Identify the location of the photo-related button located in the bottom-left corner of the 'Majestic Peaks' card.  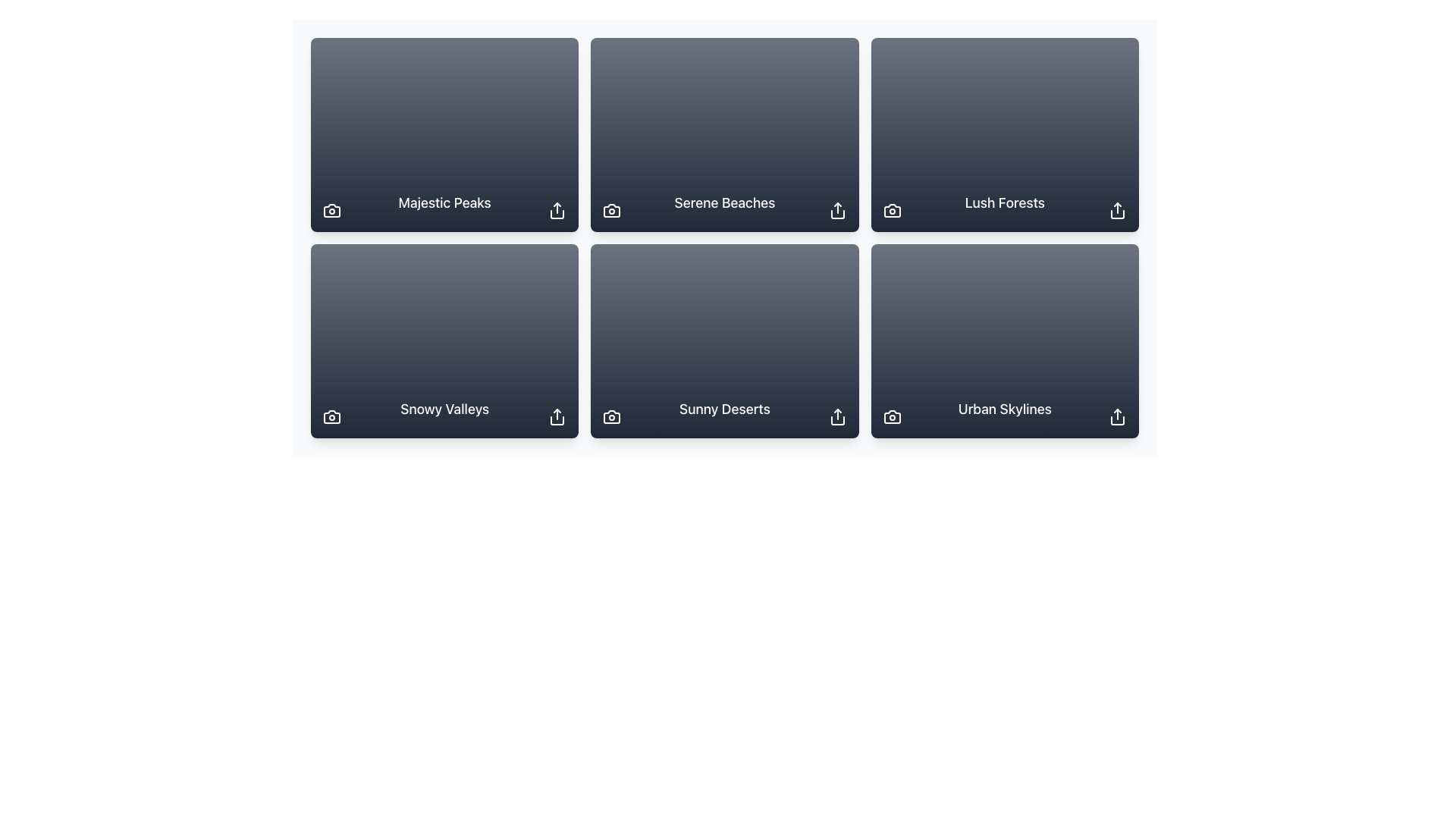
(331, 210).